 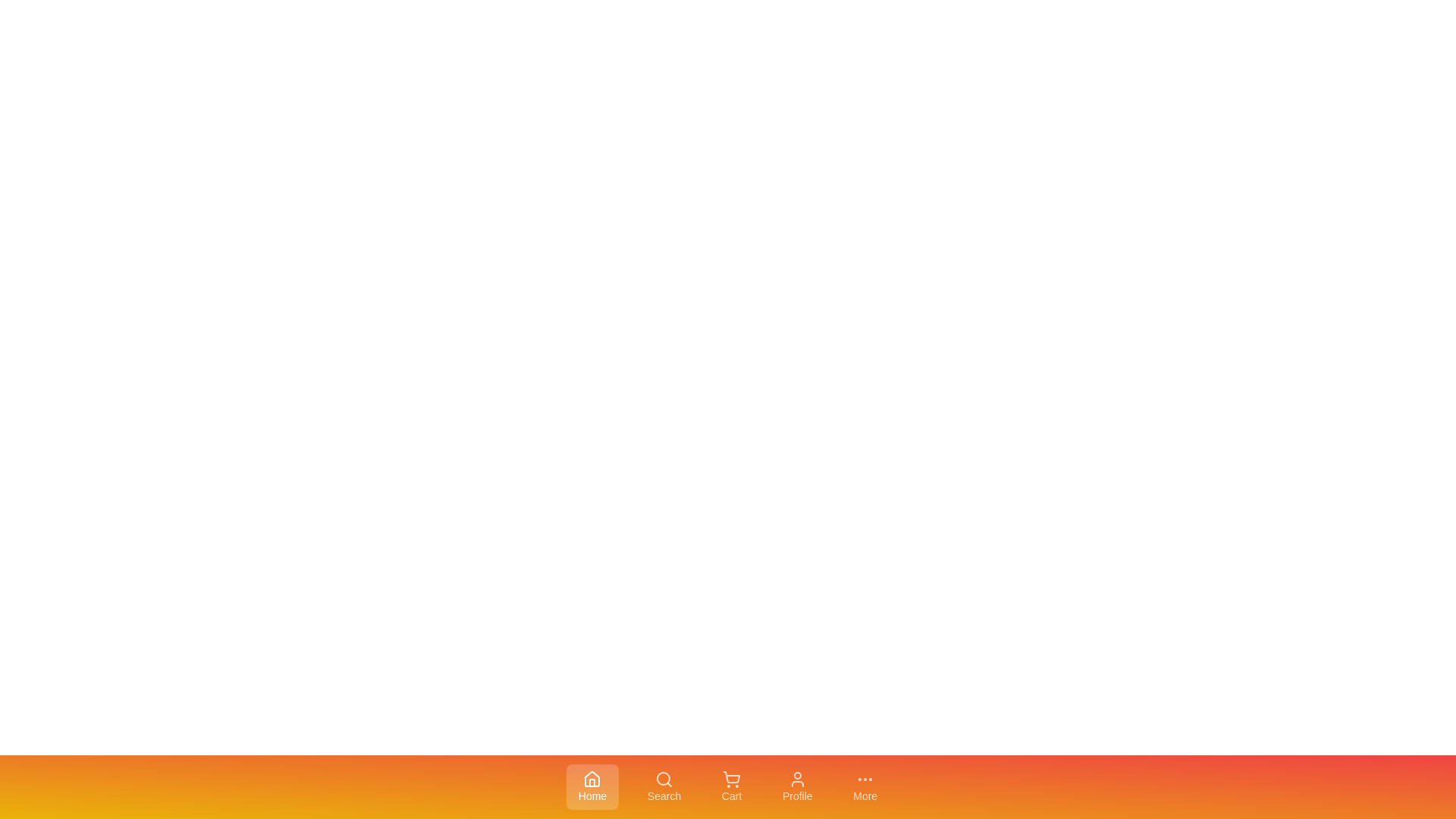 What do you see at coordinates (664, 786) in the screenshot?
I see `the tab labeled Search` at bounding box center [664, 786].